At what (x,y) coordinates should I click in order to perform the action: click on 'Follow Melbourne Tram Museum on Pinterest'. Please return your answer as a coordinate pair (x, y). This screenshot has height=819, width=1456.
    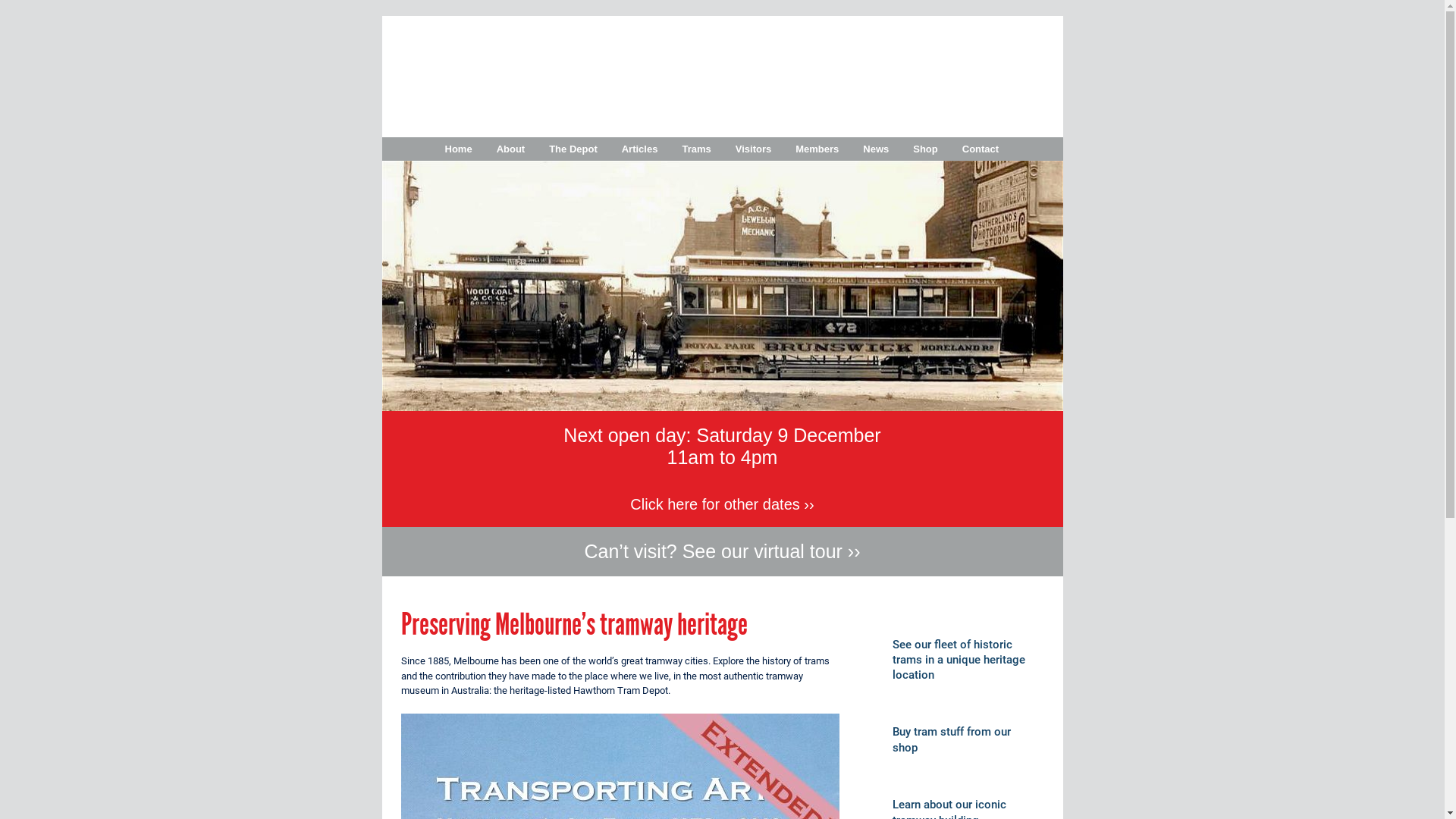
    Looking at the image, I should click on (1433, 165).